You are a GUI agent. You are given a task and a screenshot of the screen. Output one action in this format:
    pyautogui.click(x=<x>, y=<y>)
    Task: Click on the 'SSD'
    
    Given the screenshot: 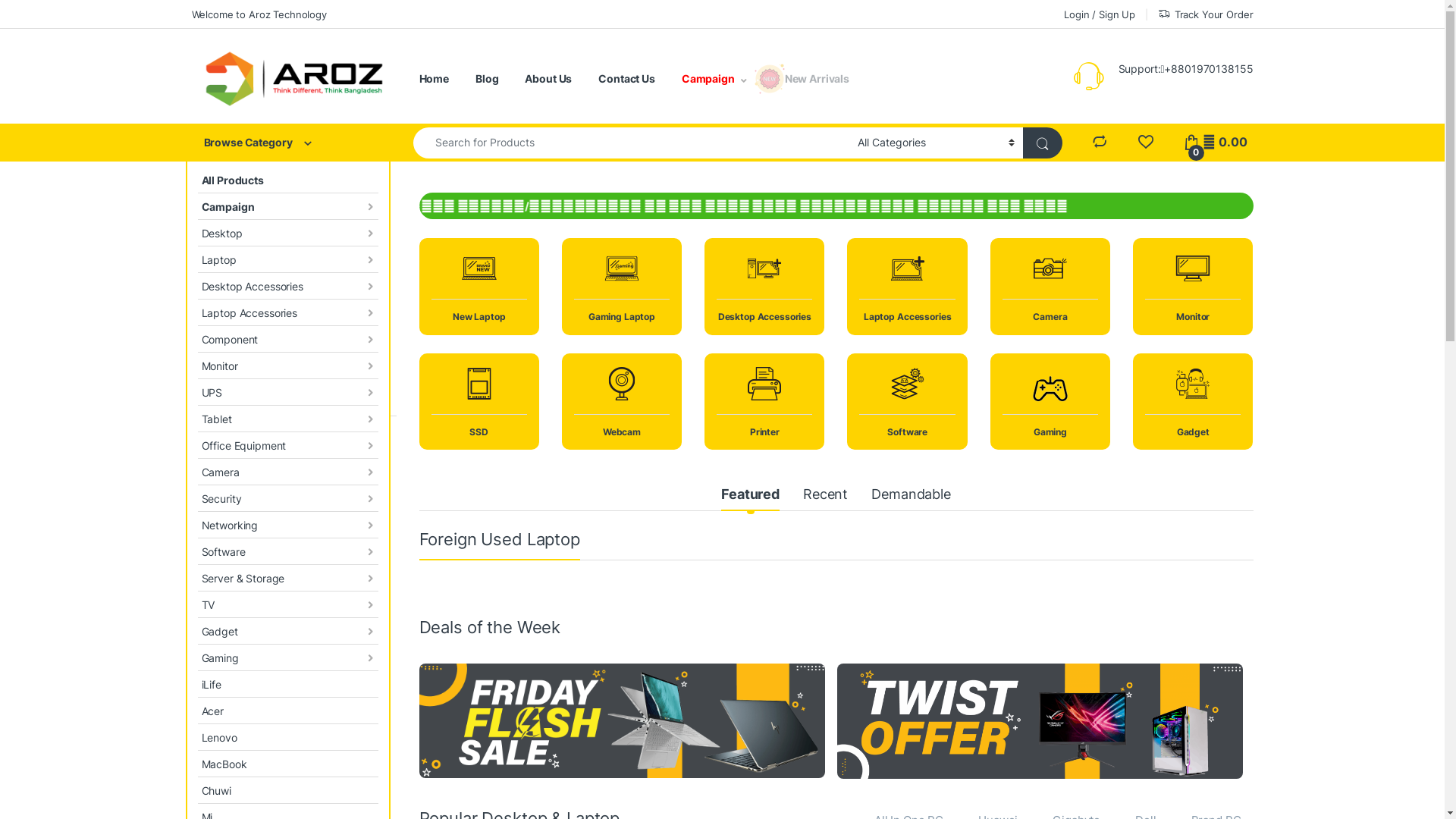 What is the action you would take?
    pyautogui.click(x=477, y=400)
    